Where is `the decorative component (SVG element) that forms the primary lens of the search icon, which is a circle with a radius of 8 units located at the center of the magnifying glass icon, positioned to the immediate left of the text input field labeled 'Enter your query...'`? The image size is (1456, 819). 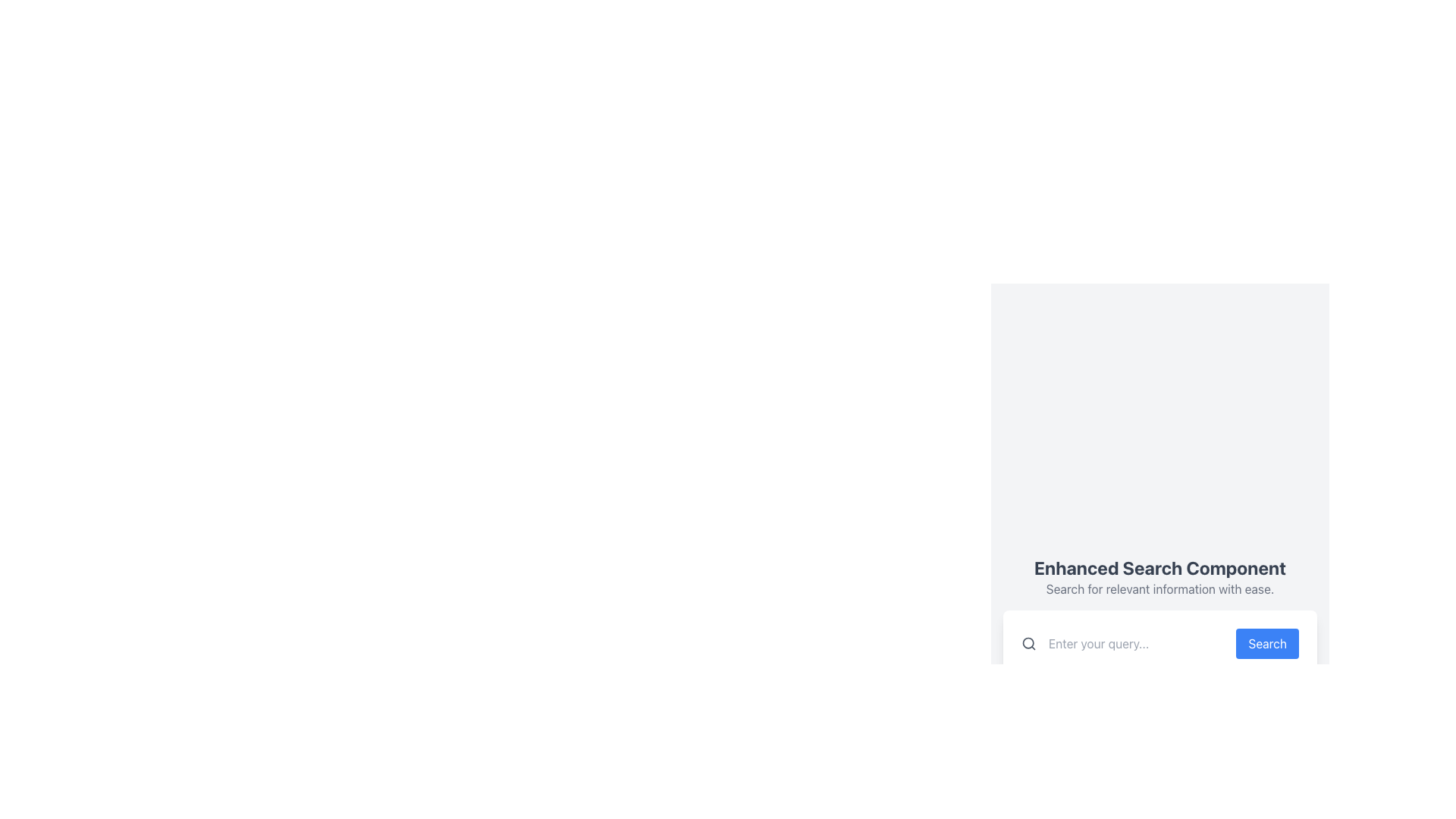
the decorative component (SVG element) that forms the primary lens of the search icon, which is a circle with a radius of 8 units located at the center of the magnifying glass icon, positioned to the immediate left of the text input field labeled 'Enter your query...' is located at coordinates (1028, 642).